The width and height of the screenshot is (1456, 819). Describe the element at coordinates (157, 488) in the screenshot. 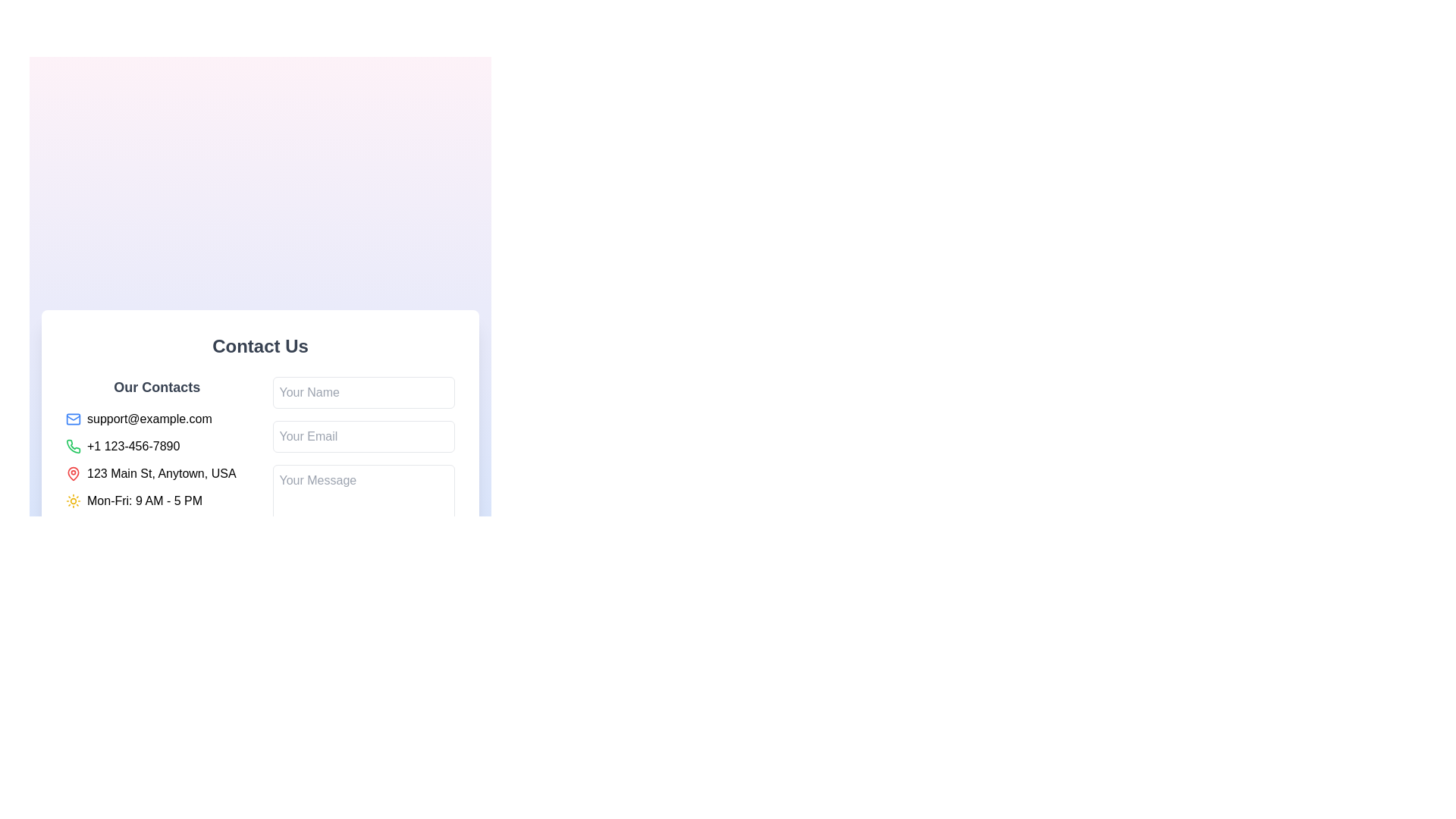

I see `the 'Our Contacts' text block in the left section of the contact form` at that location.